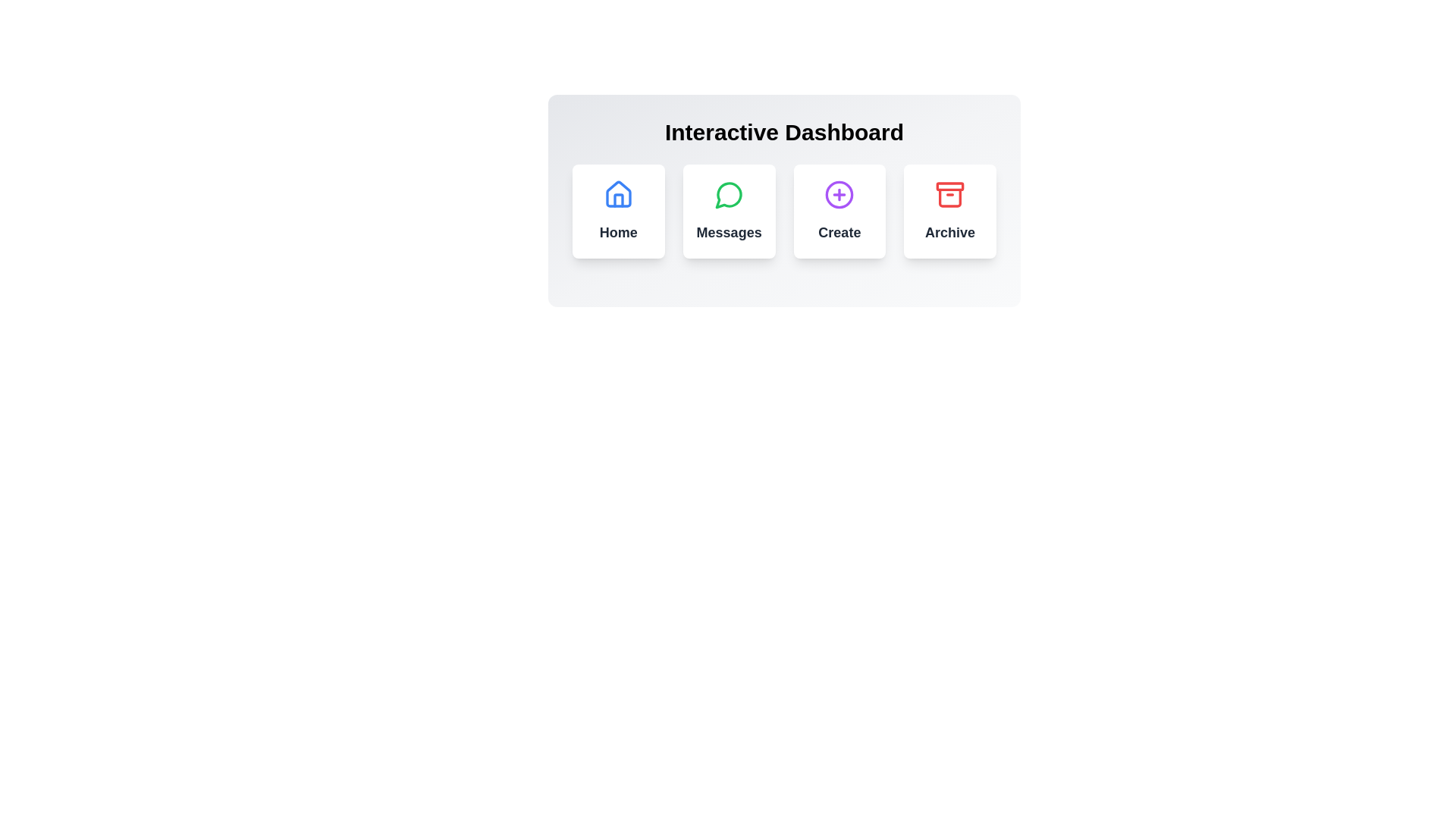 This screenshot has width=1456, height=819. I want to click on the Text label that indicates the action of creating something, located in the third position from the left within a row of similar components, so click(839, 233).